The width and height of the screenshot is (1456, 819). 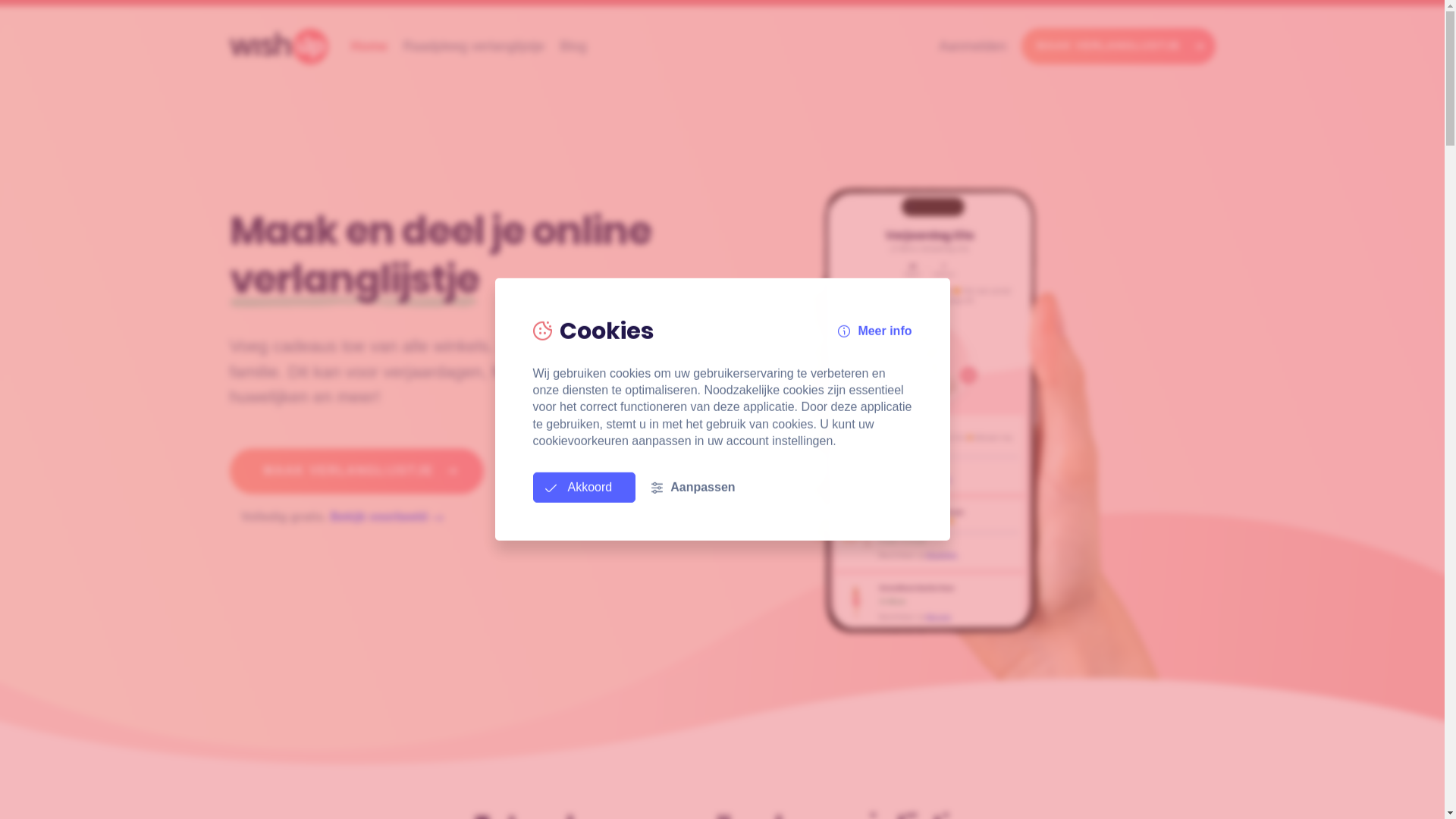 What do you see at coordinates (559, 45) in the screenshot?
I see `'Blog'` at bounding box center [559, 45].